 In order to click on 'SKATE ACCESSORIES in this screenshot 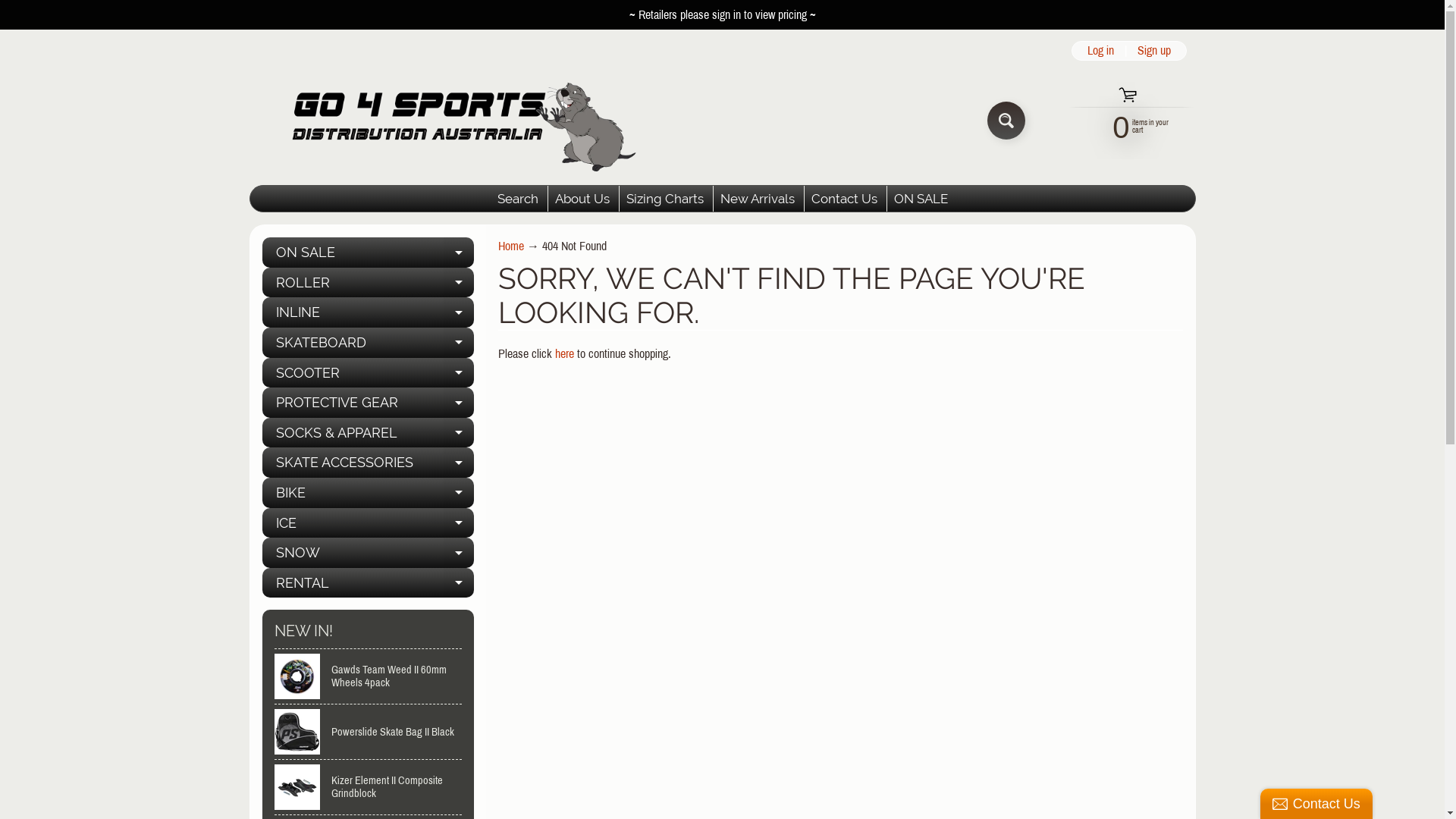, I will do `click(368, 461)`.